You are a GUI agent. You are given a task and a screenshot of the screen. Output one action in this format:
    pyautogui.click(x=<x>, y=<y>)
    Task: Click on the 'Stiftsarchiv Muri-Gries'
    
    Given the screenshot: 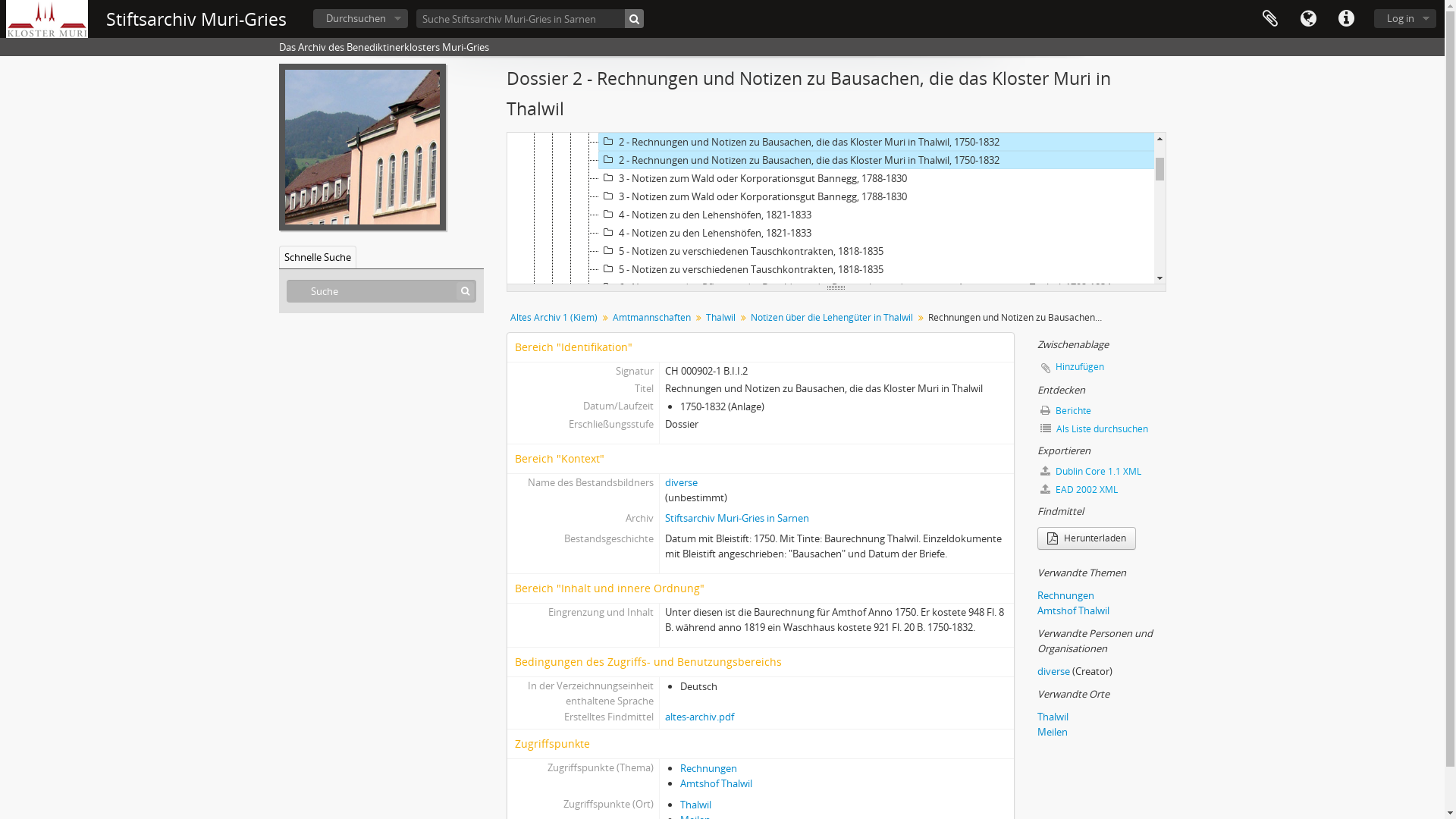 What is the action you would take?
    pyautogui.click(x=196, y=19)
    